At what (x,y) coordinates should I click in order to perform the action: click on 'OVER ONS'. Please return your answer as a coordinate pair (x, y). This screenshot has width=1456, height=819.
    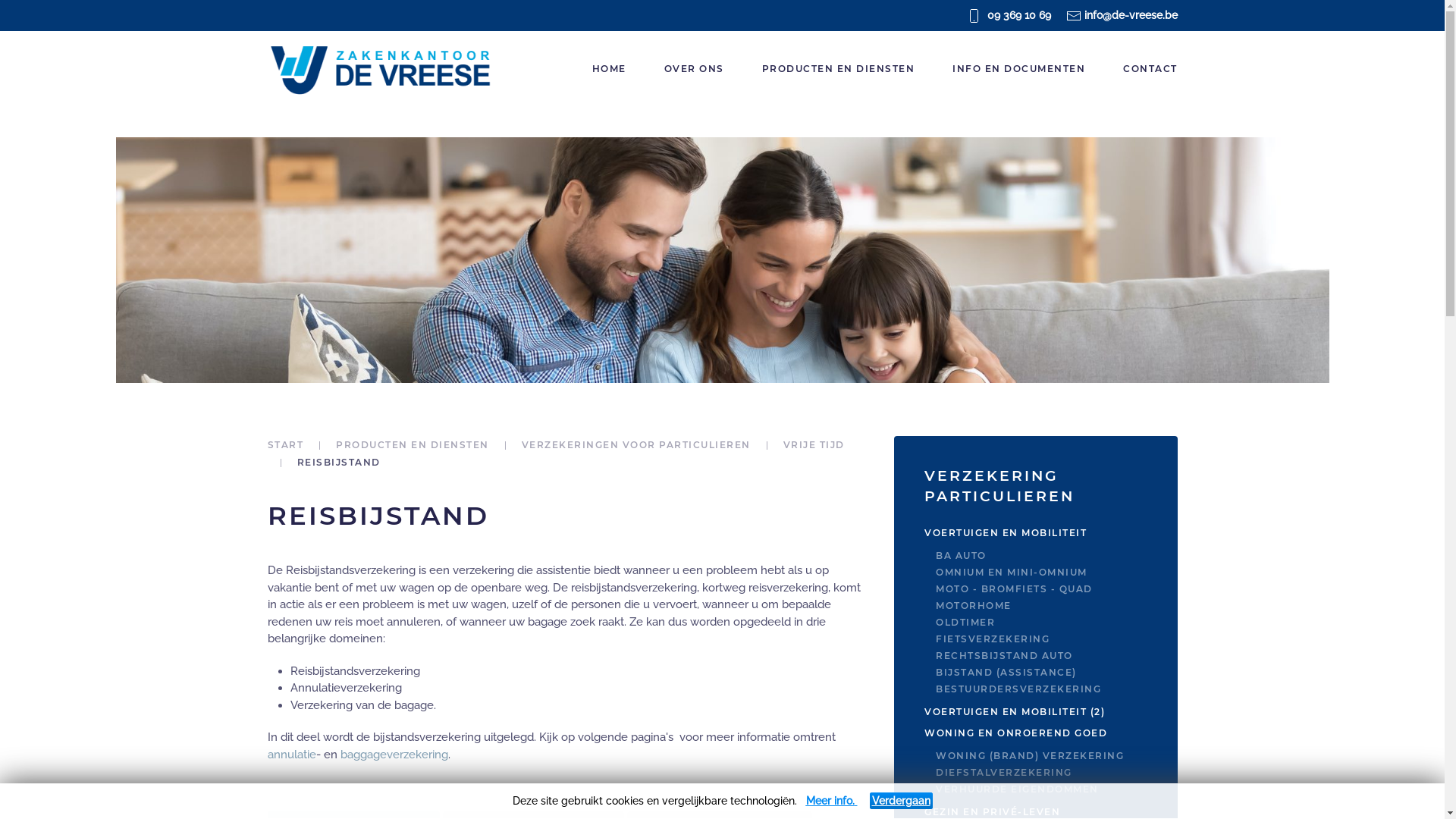
    Looking at the image, I should click on (692, 69).